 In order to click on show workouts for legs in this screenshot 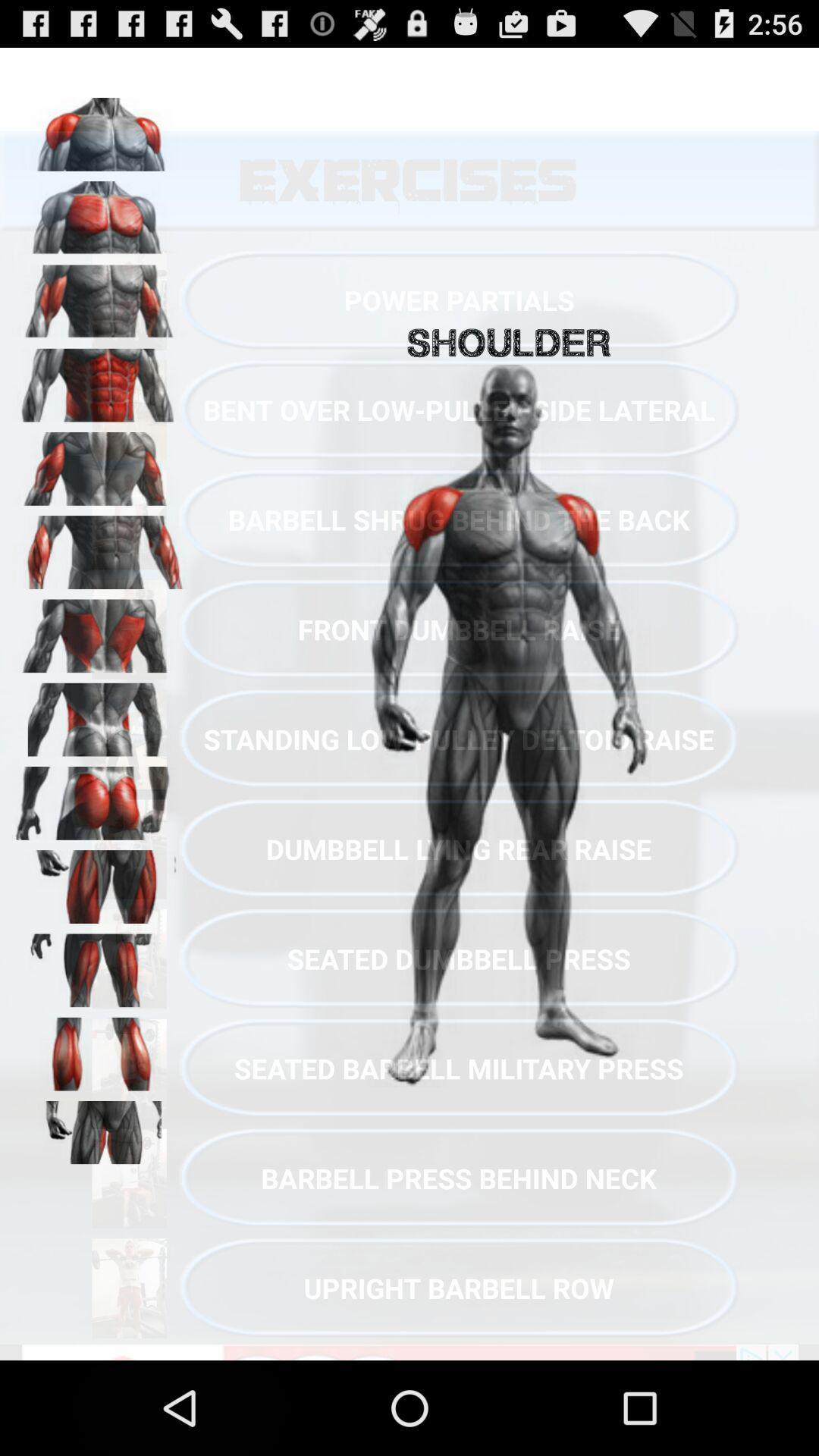, I will do `click(99, 881)`.